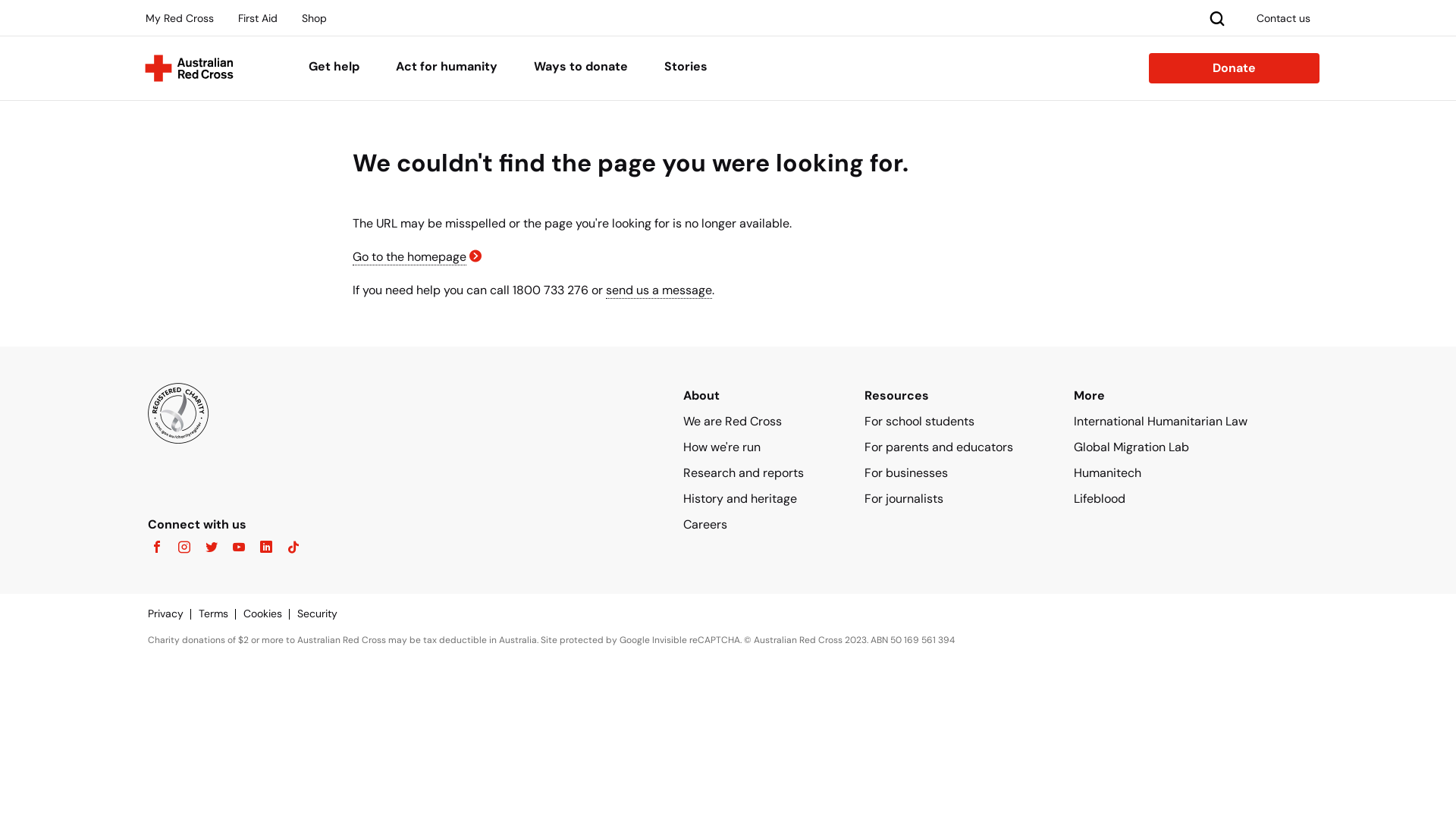  Describe the element at coordinates (192, 548) in the screenshot. I see `'twitter'` at that location.